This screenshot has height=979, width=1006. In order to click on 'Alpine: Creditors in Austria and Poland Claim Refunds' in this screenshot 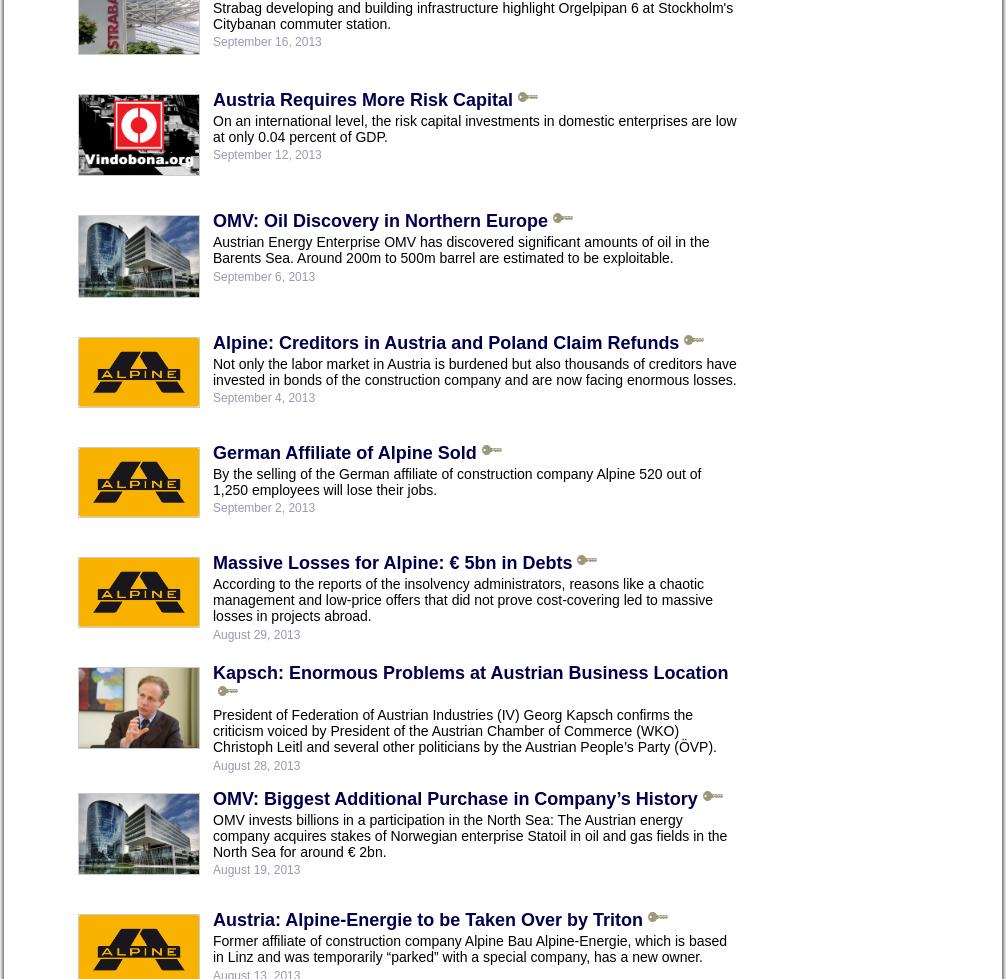, I will do `click(444, 341)`.